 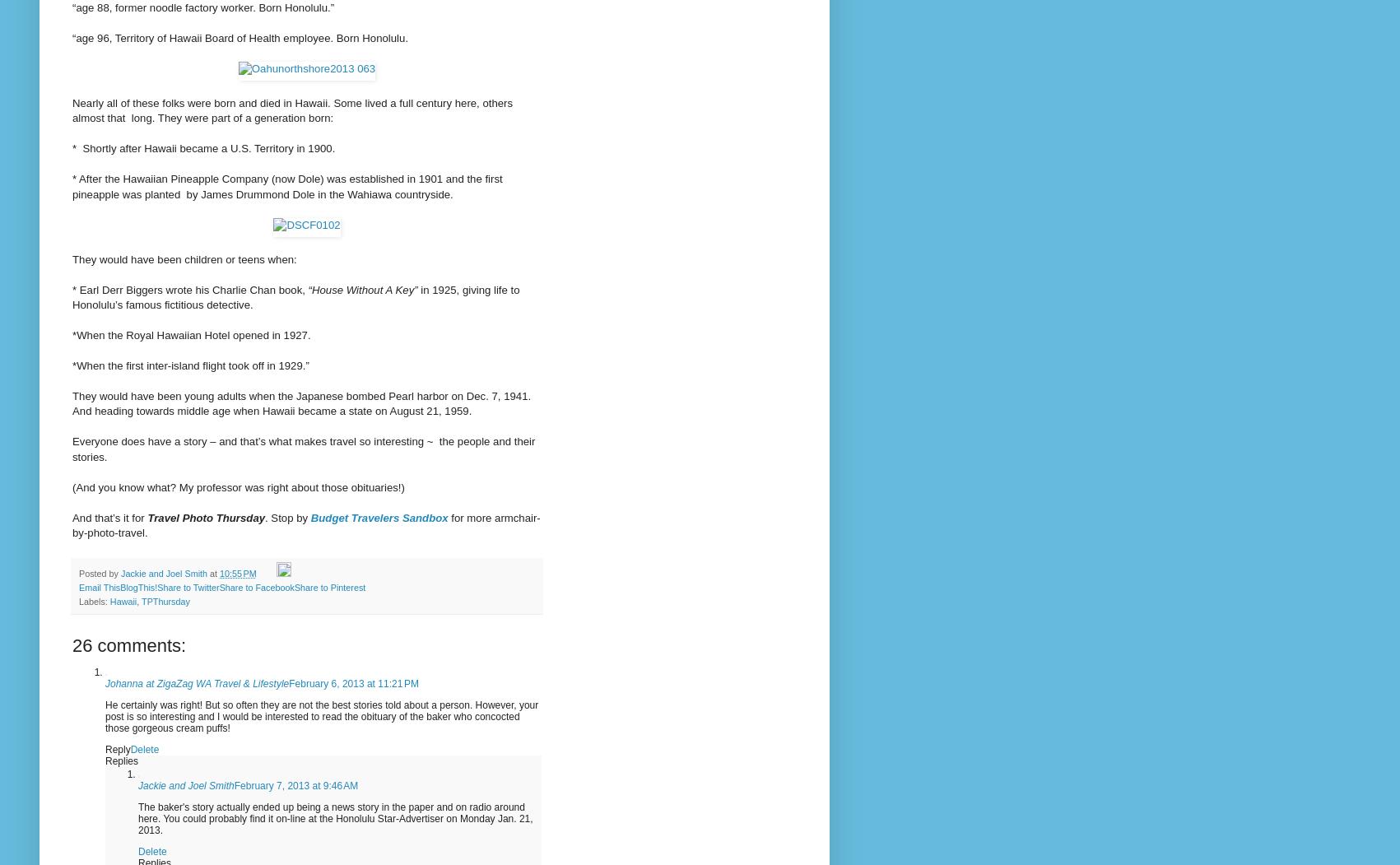 What do you see at coordinates (146, 516) in the screenshot?
I see `'Travel Photo Thursday'` at bounding box center [146, 516].